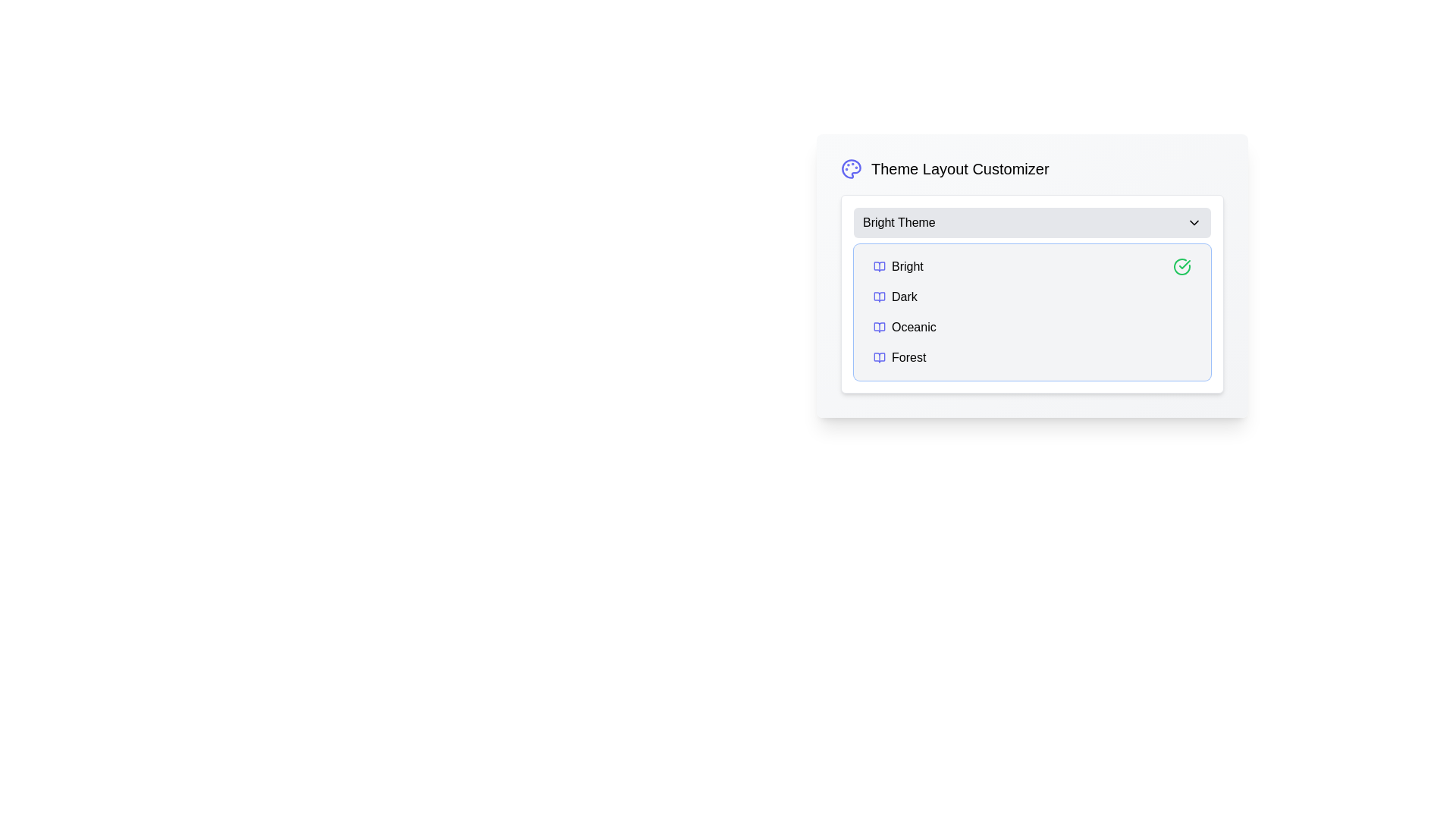  What do you see at coordinates (907, 265) in the screenshot?
I see `the 'Bright' text label in the dropdown menu` at bounding box center [907, 265].